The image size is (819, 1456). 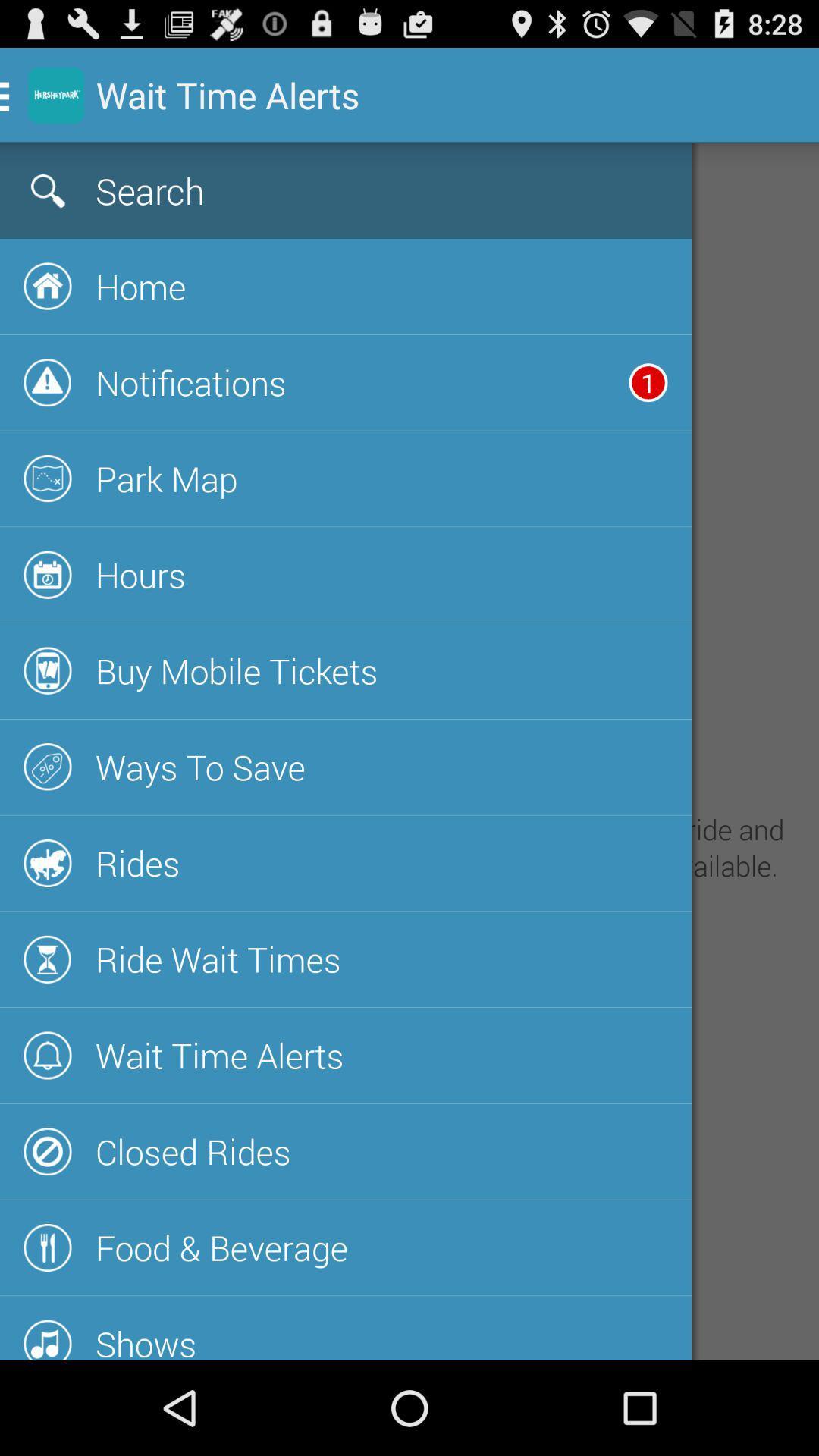 I want to click on the search option, so click(x=299, y=190).